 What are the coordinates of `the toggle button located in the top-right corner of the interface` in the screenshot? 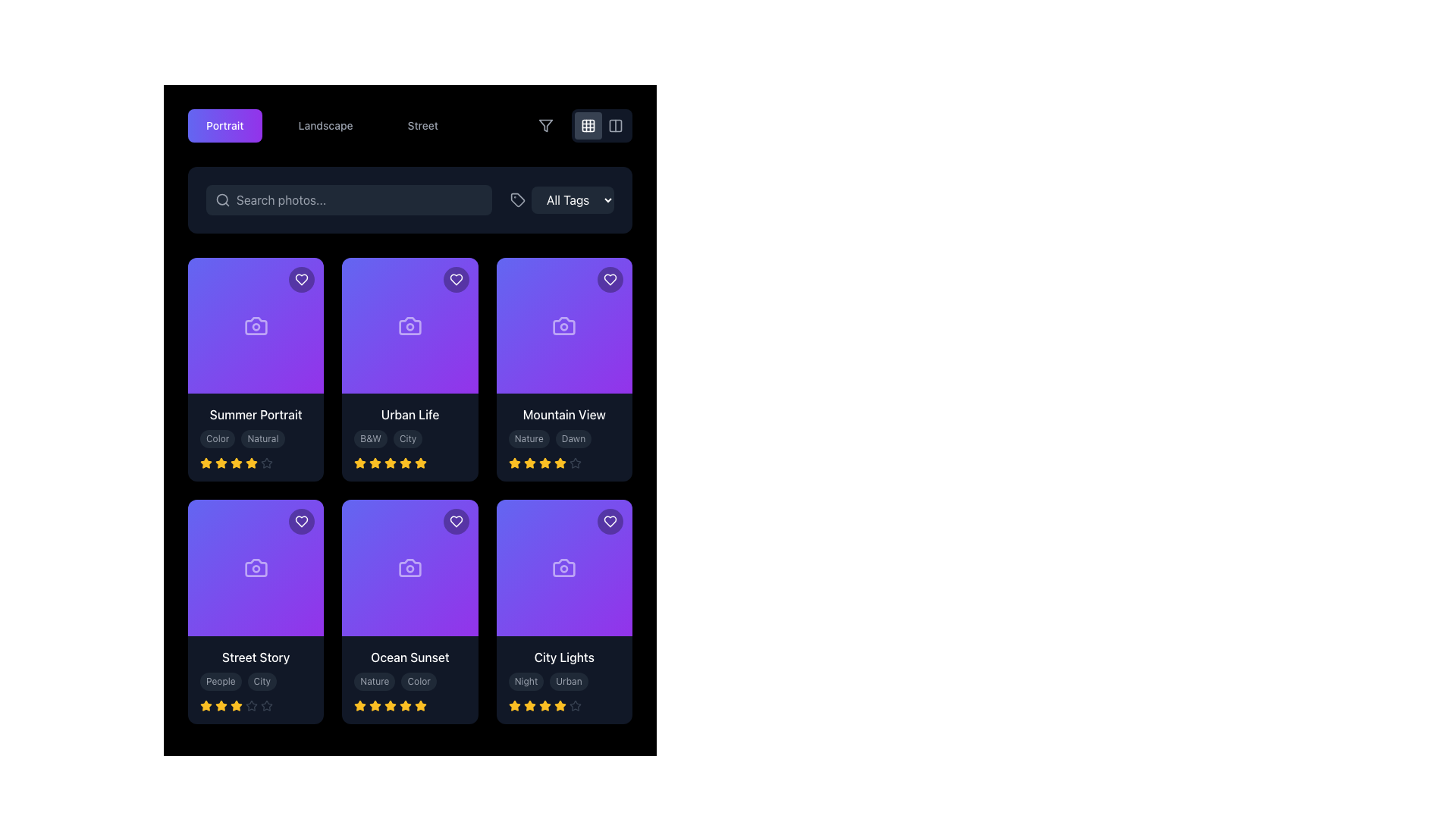 It's located at (588, 124).